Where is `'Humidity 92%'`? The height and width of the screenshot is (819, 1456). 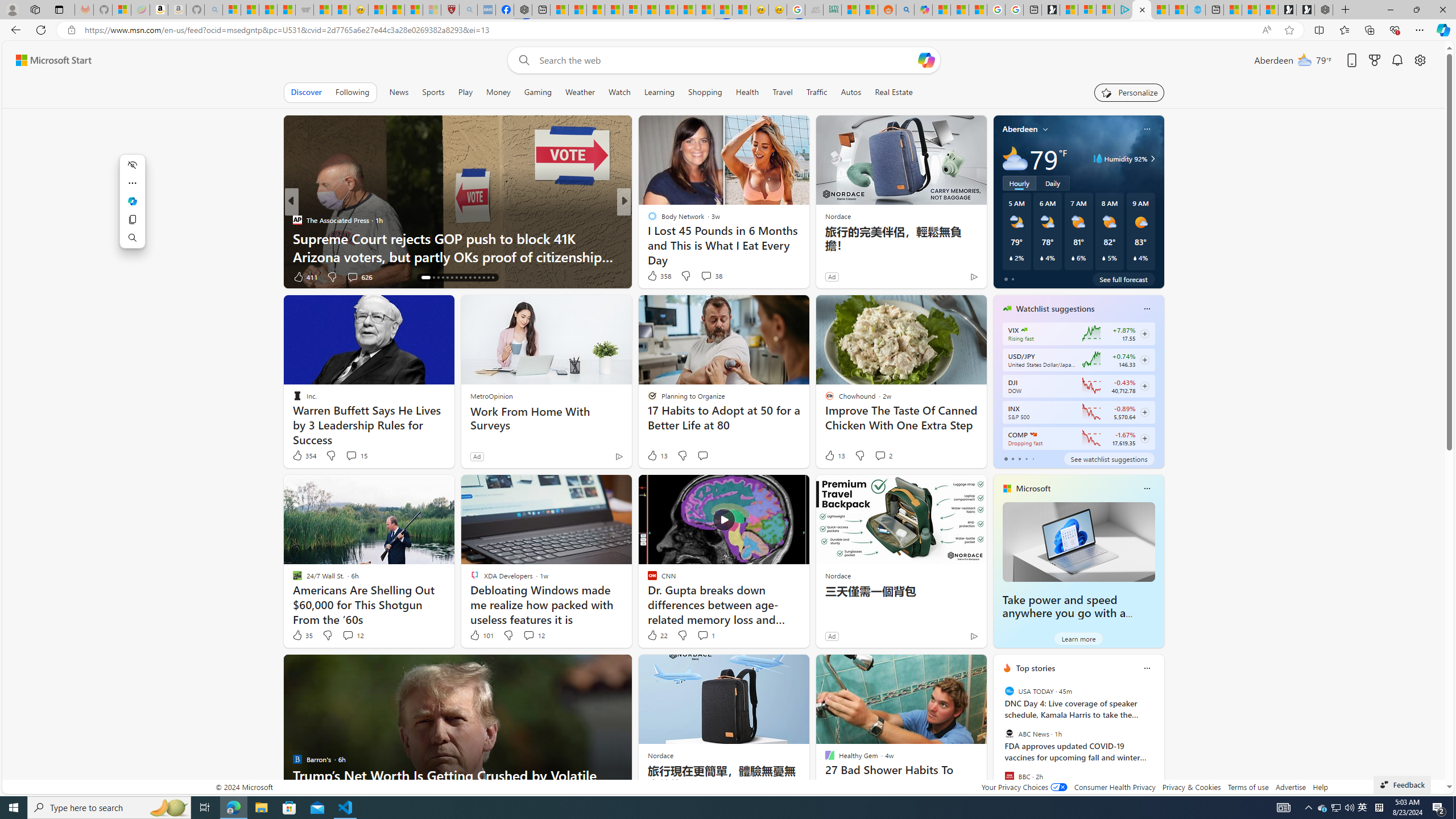 'Humidity 92%' is located at coordinates (1150, 159).